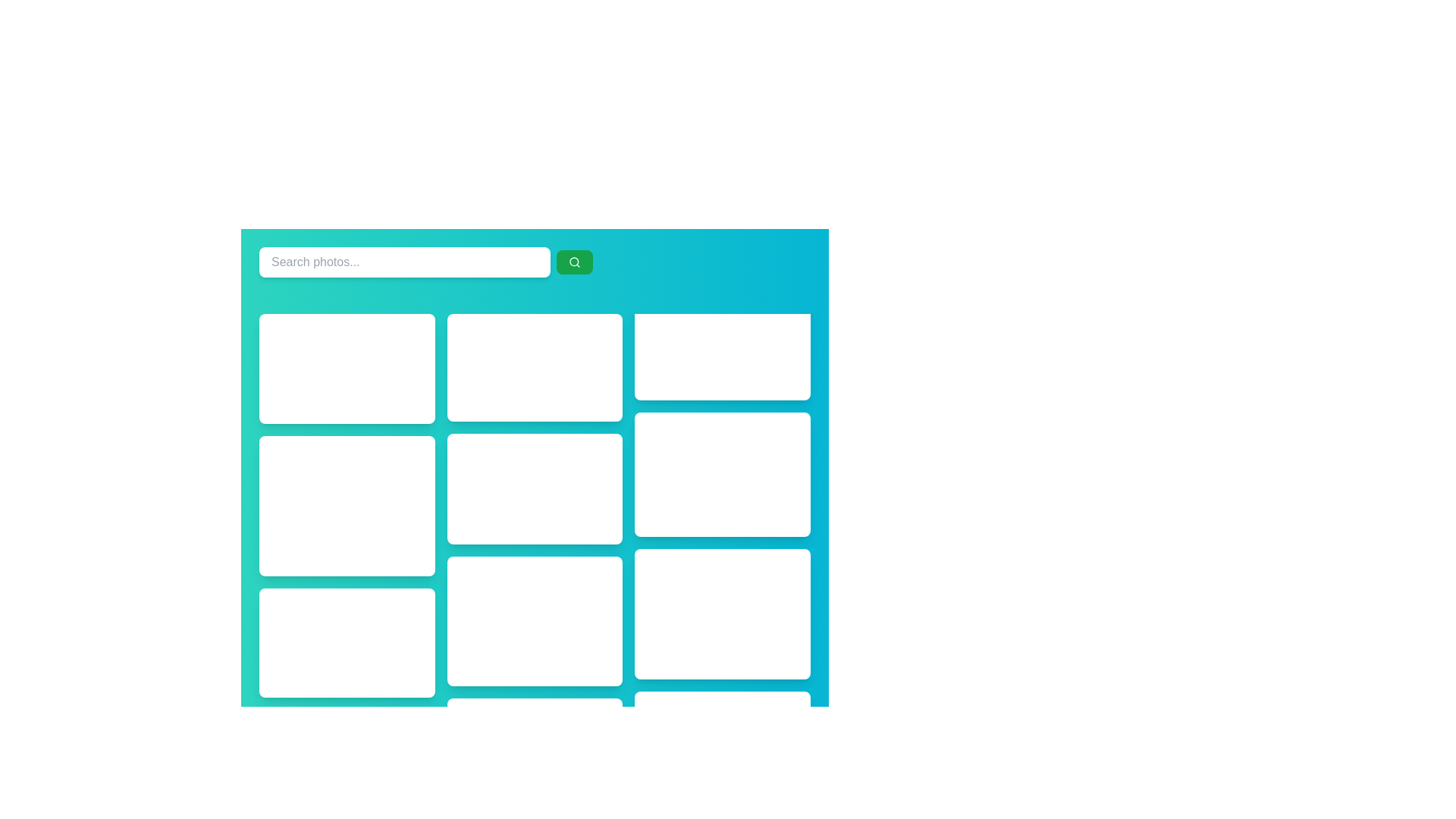 This screenshot has width=1456, height=819. Describe the element at coordinates (535, 488) in the screenshot. I see `the white card with rounded corners labeled 'Photo 6', located centrally in the second row and second column of the grid layout` at that location.